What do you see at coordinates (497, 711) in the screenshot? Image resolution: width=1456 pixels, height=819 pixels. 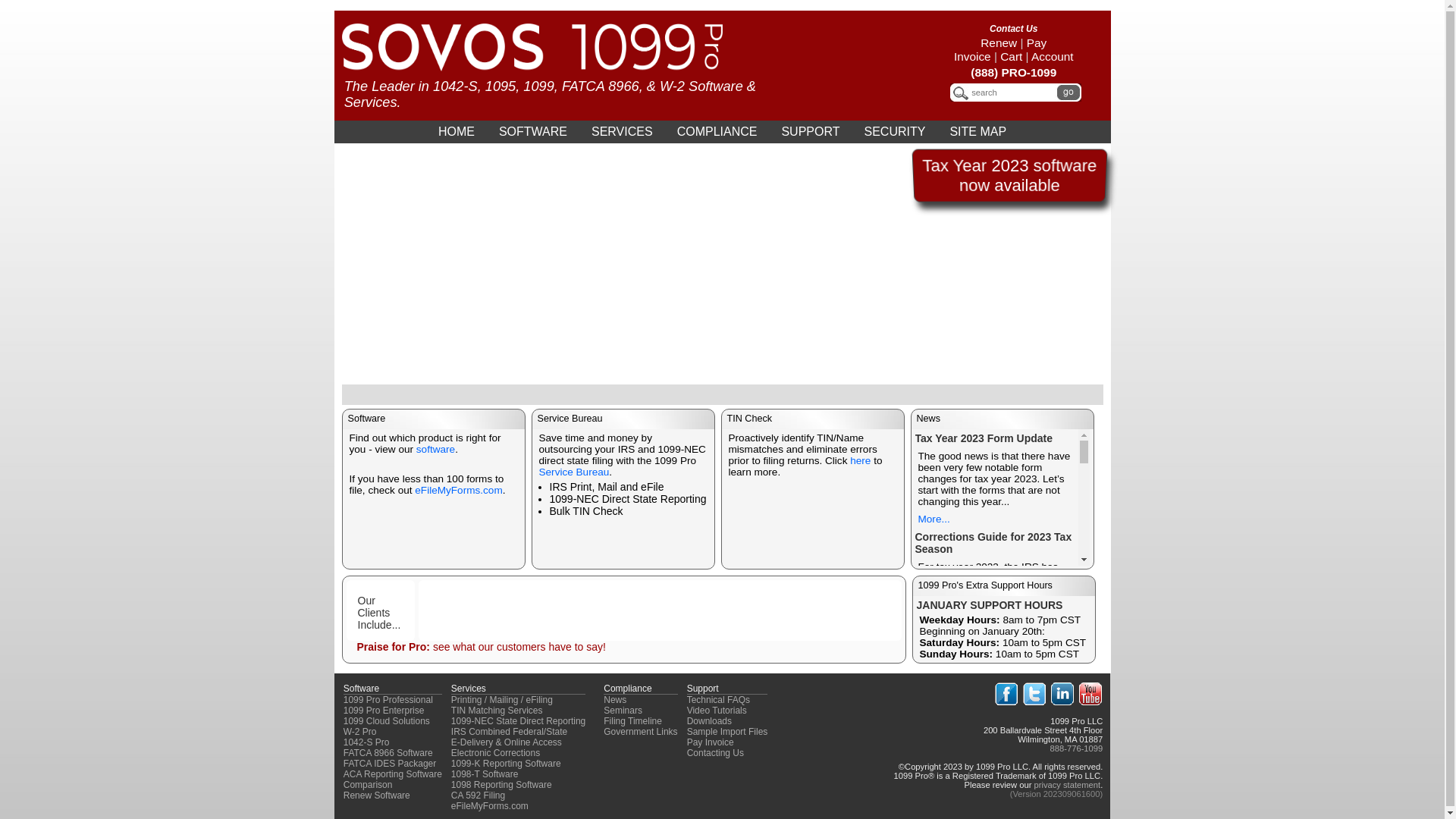 I see `'TIN Matching Services'` at bounding box center [497, 711].